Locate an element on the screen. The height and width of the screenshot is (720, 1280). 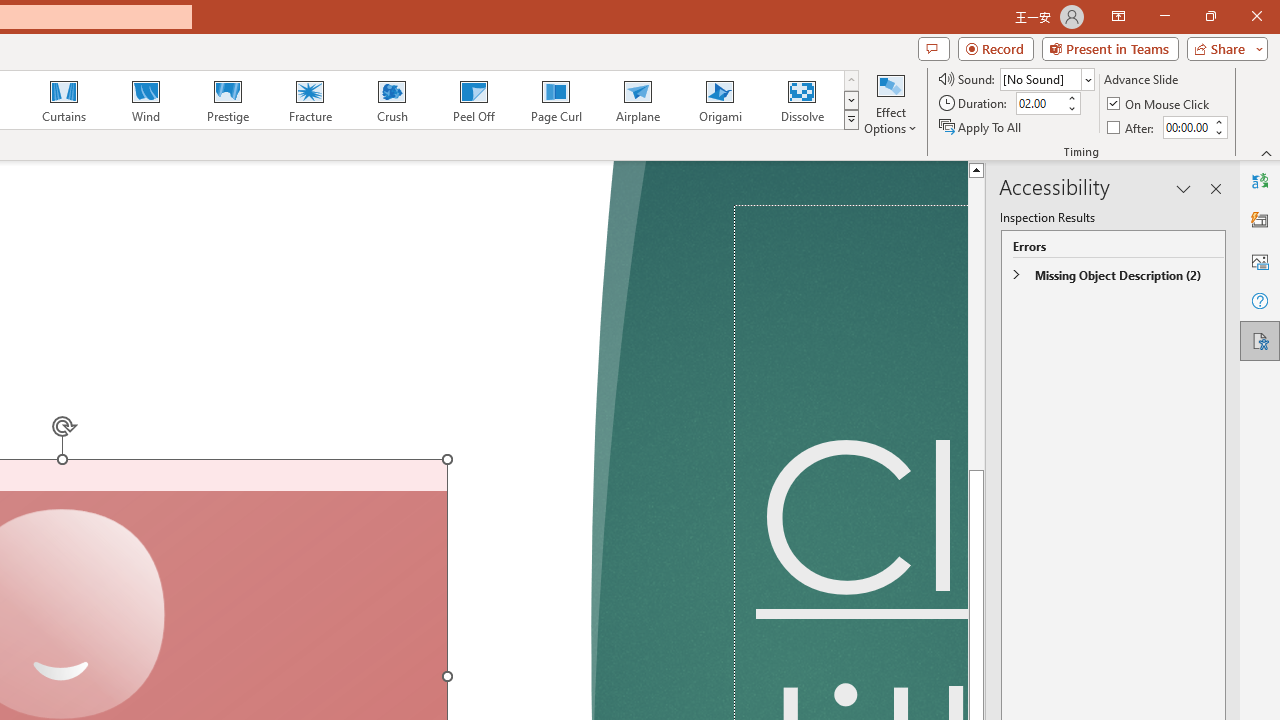
'On Mouse Click' is located at coordinates (1159, 103).